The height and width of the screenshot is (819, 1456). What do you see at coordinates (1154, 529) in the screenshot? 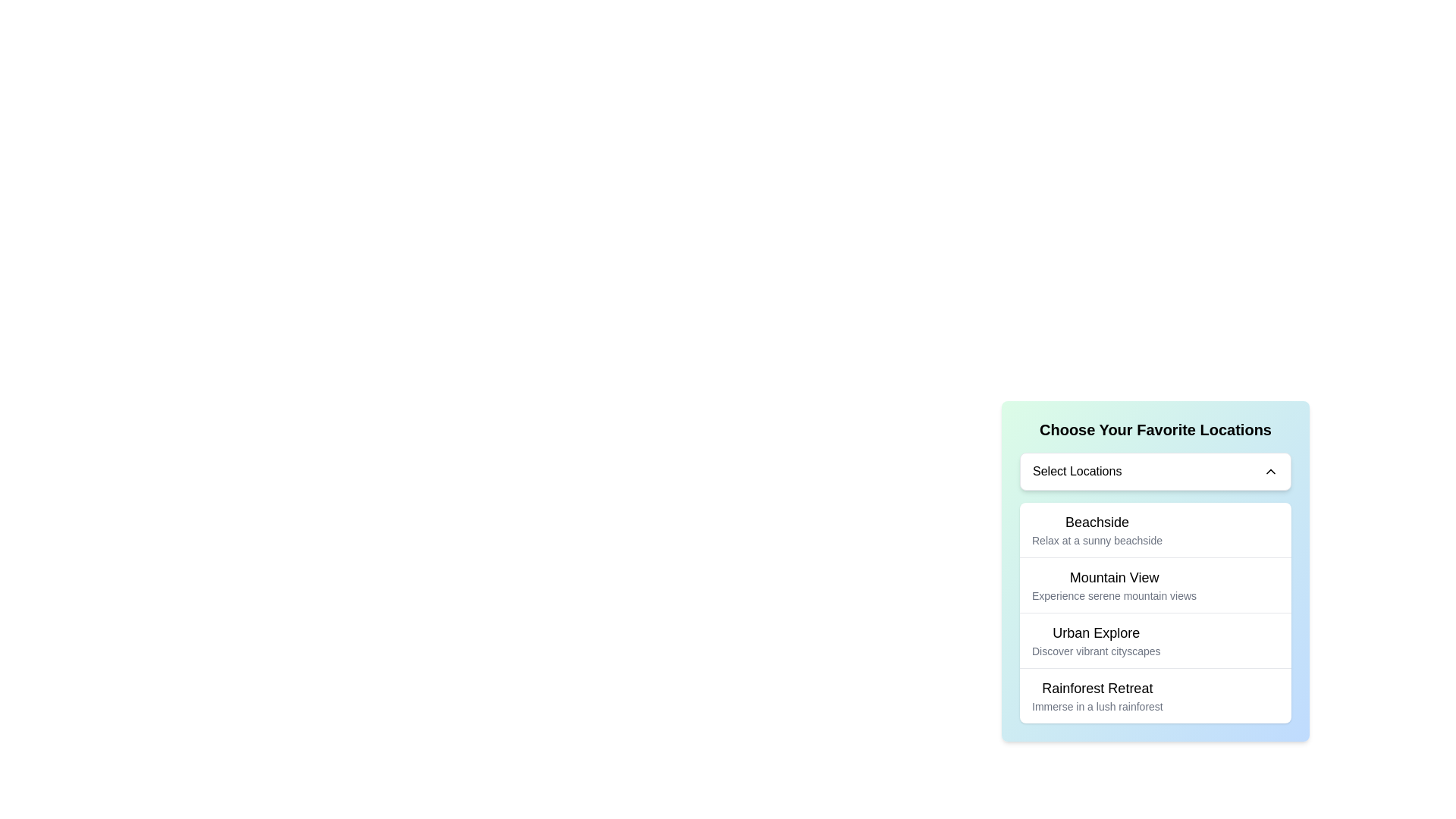
I see `the first list item in the locations list below the 'Select Locations' dropdown menu` at bounding box center [1154, 529].